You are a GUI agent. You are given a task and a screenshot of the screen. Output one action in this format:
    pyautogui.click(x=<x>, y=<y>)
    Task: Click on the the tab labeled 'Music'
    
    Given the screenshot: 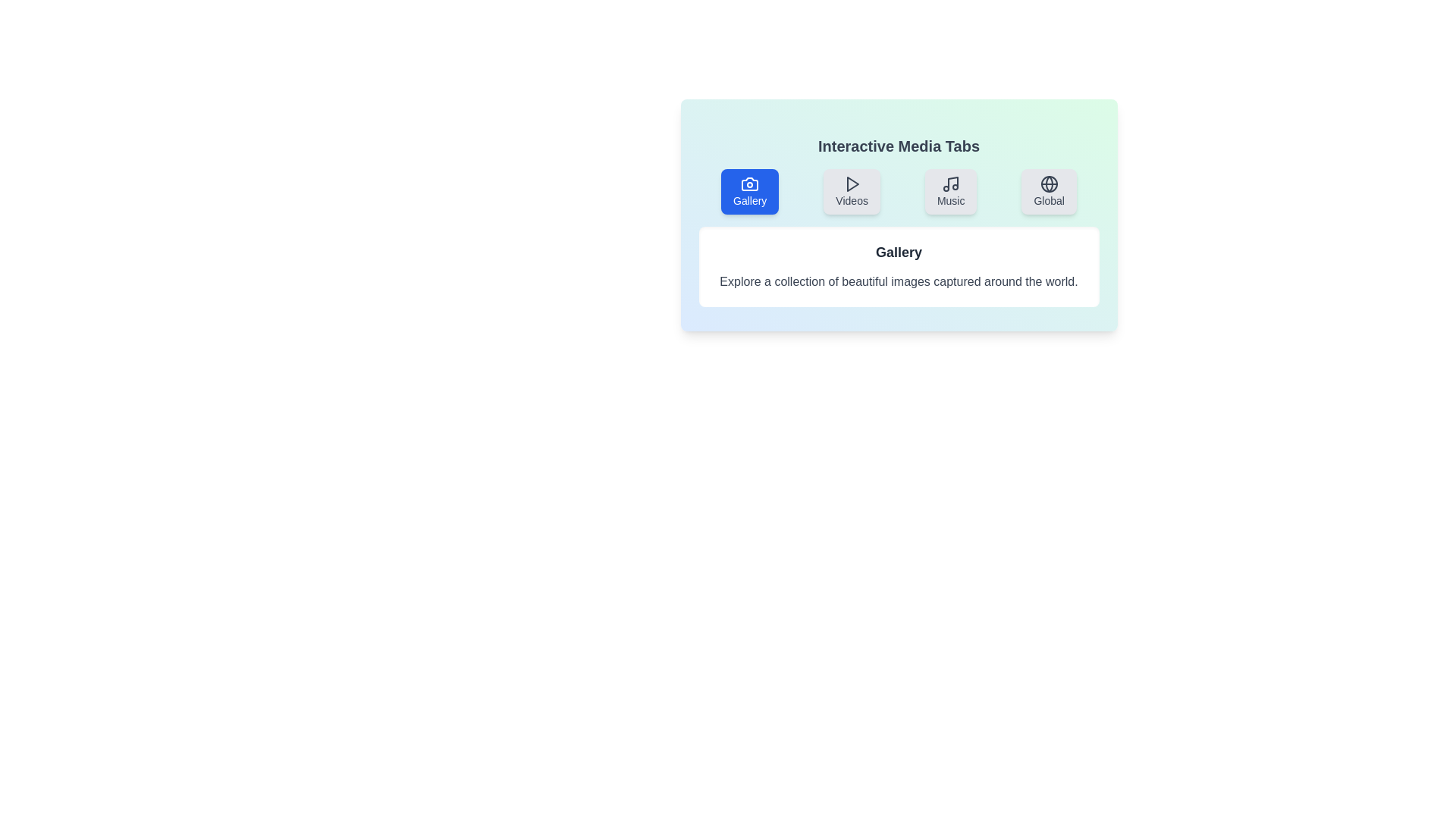 What is the action you would take?
    pyautogui.click(x=950, y=191)
    